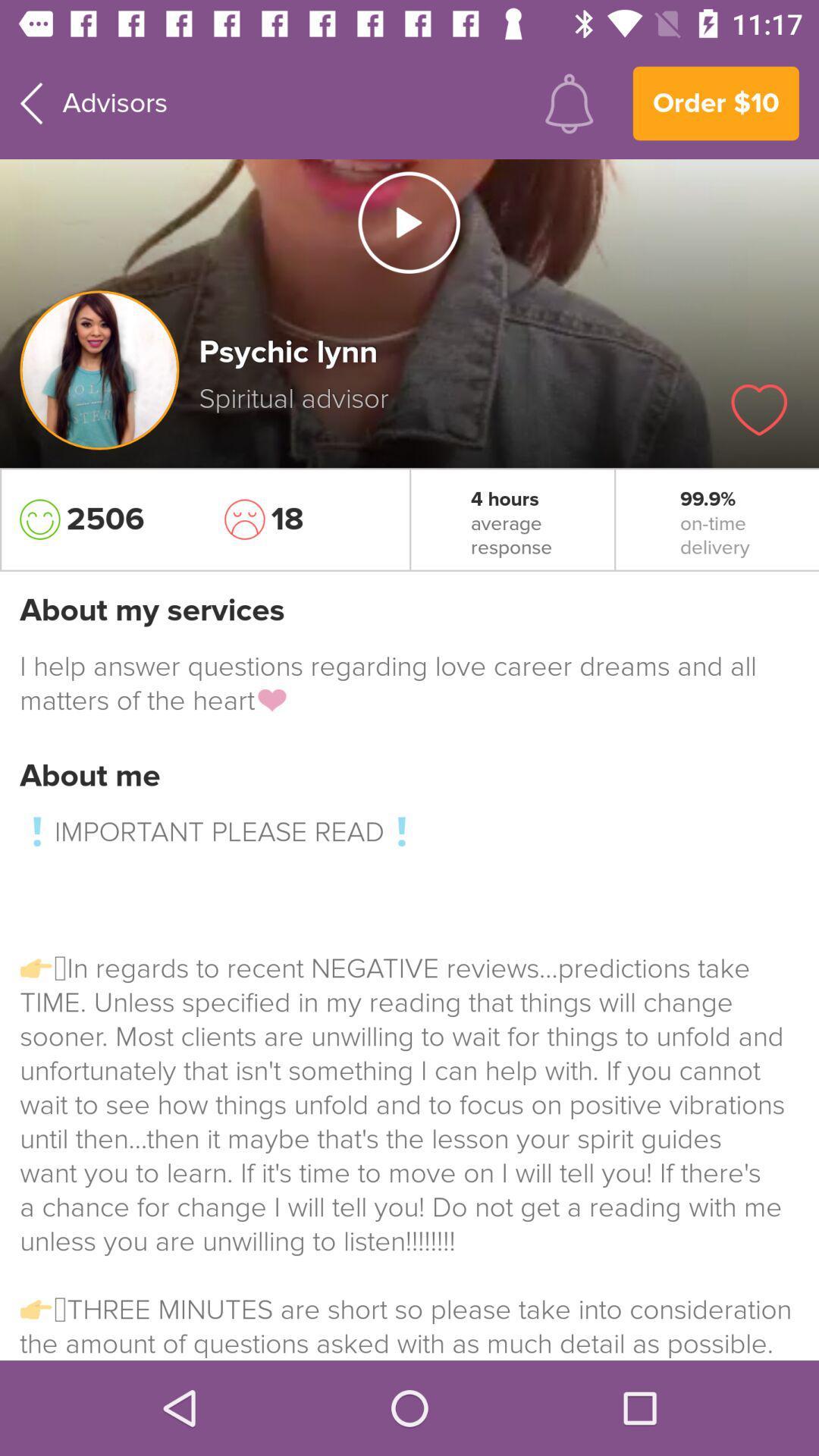 The height and width of the screenshot is (1456, 819). I want to click on the 18 icon, so click(307, 519).